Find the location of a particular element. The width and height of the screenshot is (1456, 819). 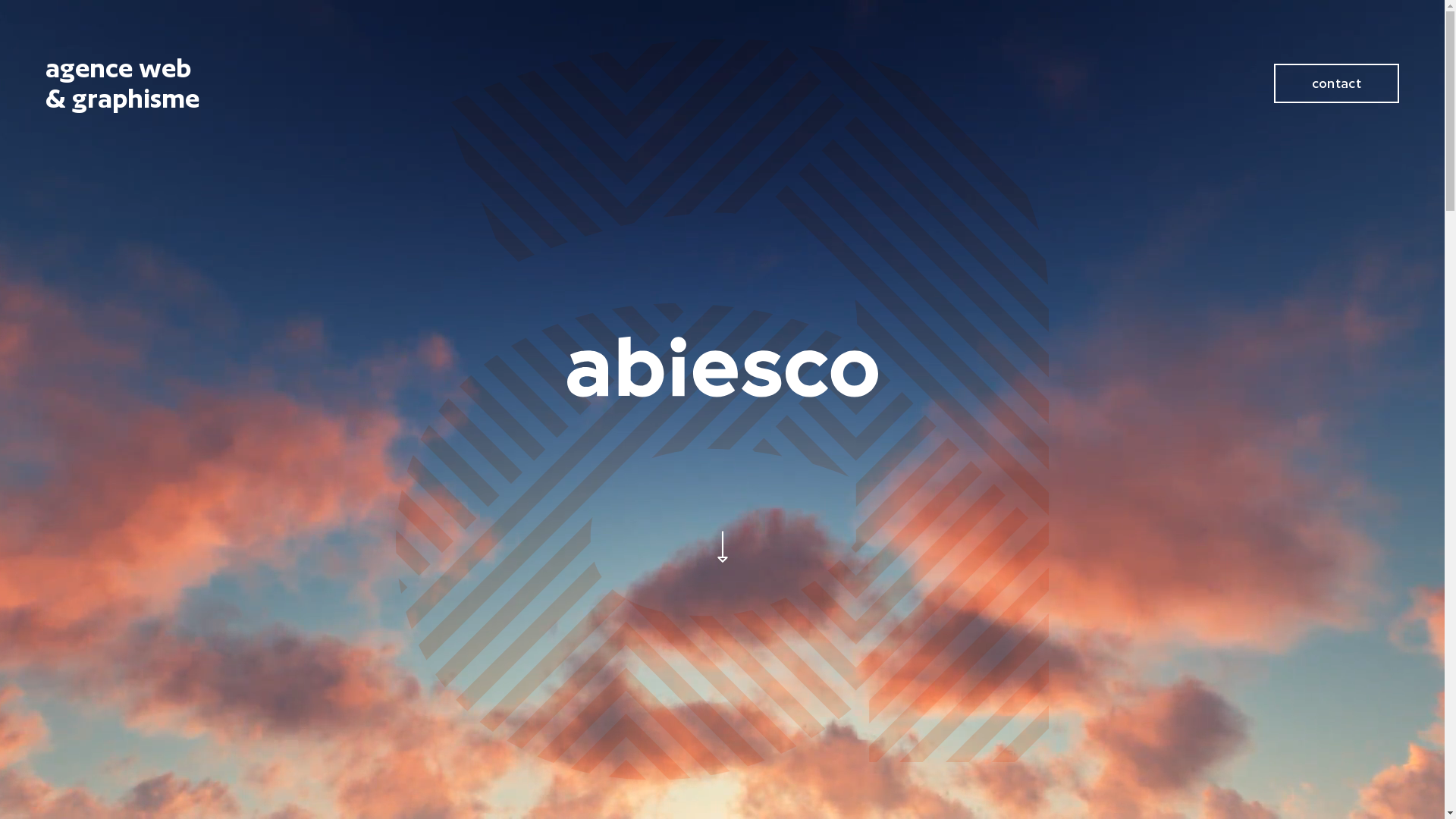

'contact' is located at coordinates (1336, 83).